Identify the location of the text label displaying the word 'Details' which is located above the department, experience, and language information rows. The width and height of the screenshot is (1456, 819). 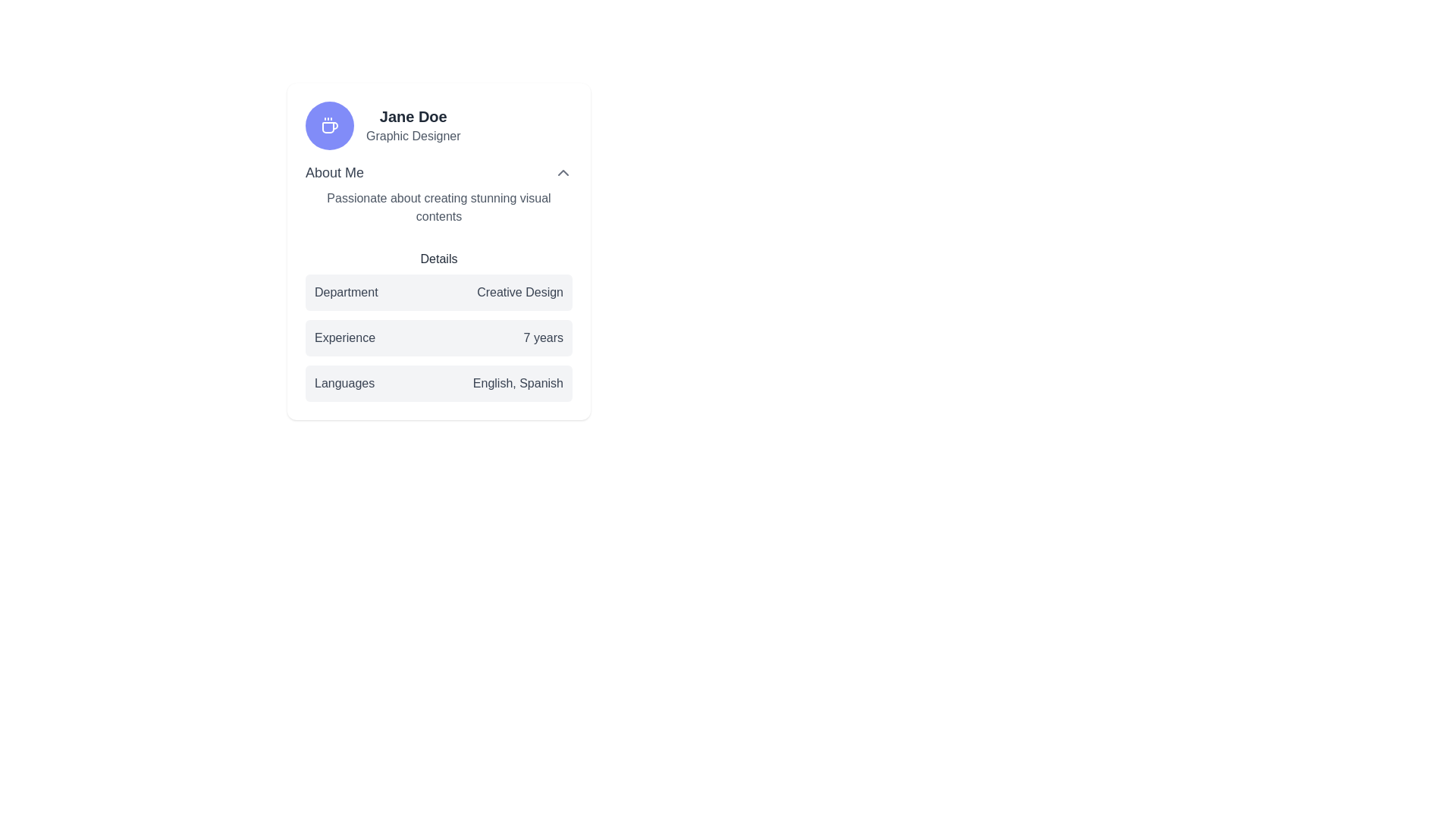
(438, 259).